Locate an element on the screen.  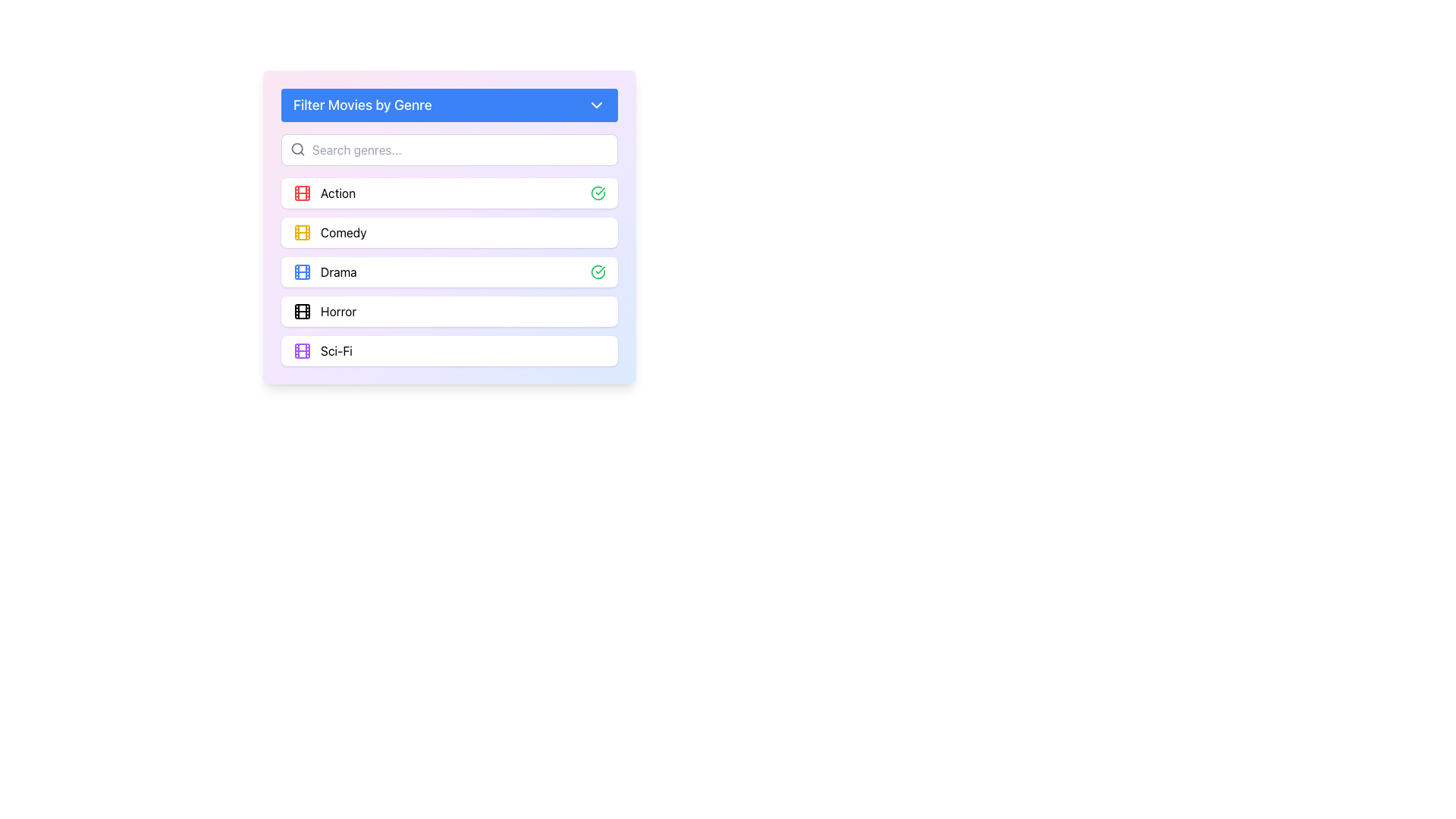
the 'Comedy' genre list item with icons, which is the second item is located at coordinates (449, 227).